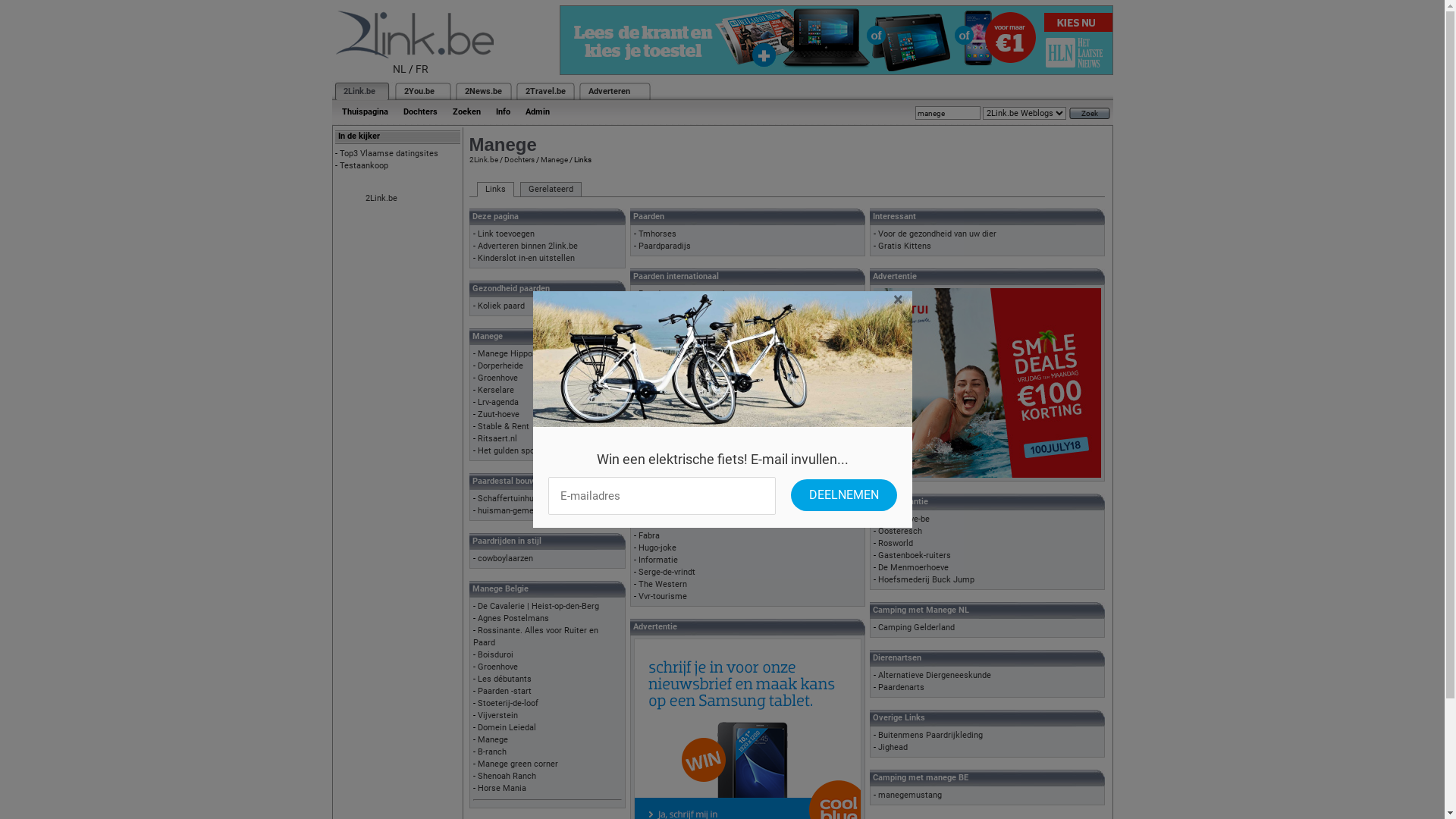  What do you see at coordinates (498, 414) in the screenshot?
I see `'Zuut-hoeve'` at bounding box center [498, 414].